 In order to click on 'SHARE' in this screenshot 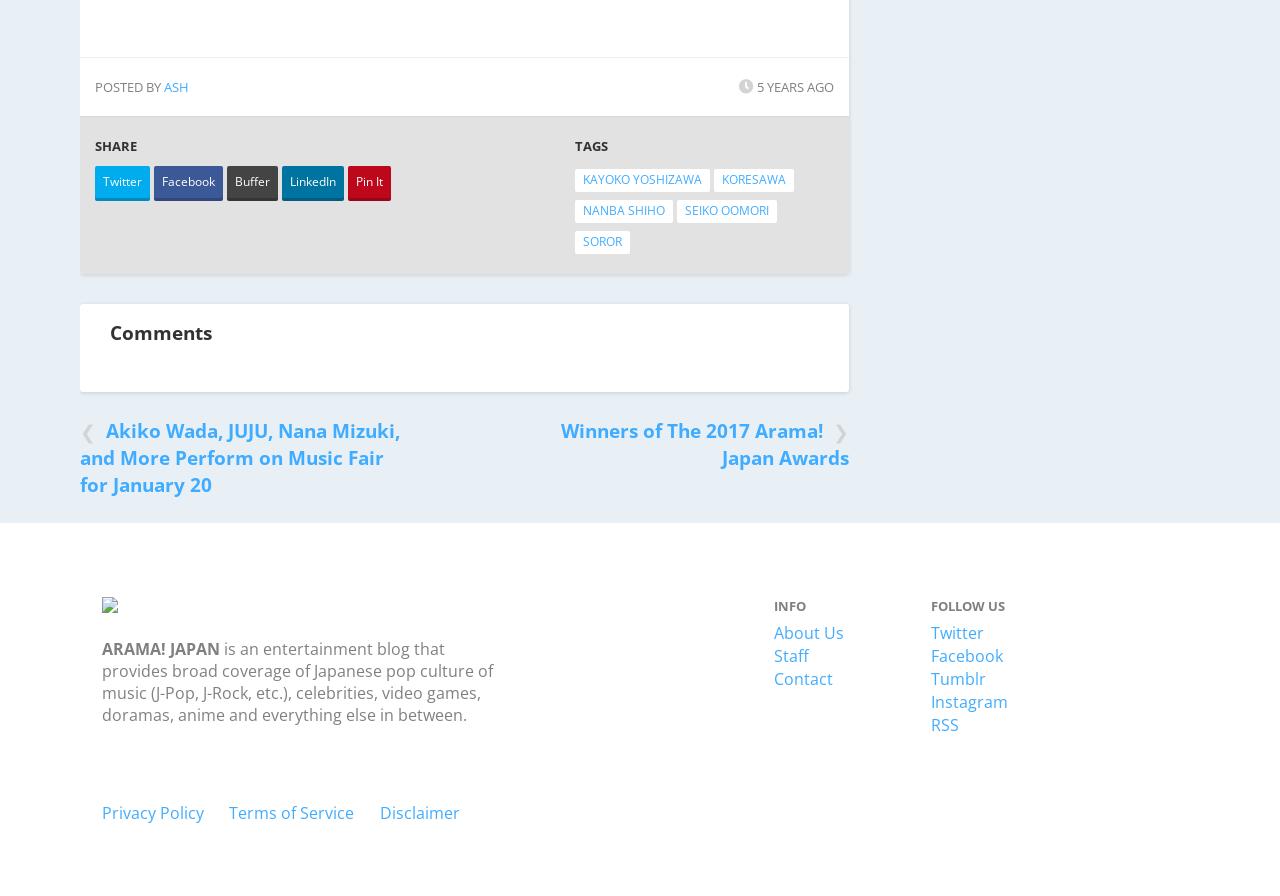, I will do `click(93, 145)`.